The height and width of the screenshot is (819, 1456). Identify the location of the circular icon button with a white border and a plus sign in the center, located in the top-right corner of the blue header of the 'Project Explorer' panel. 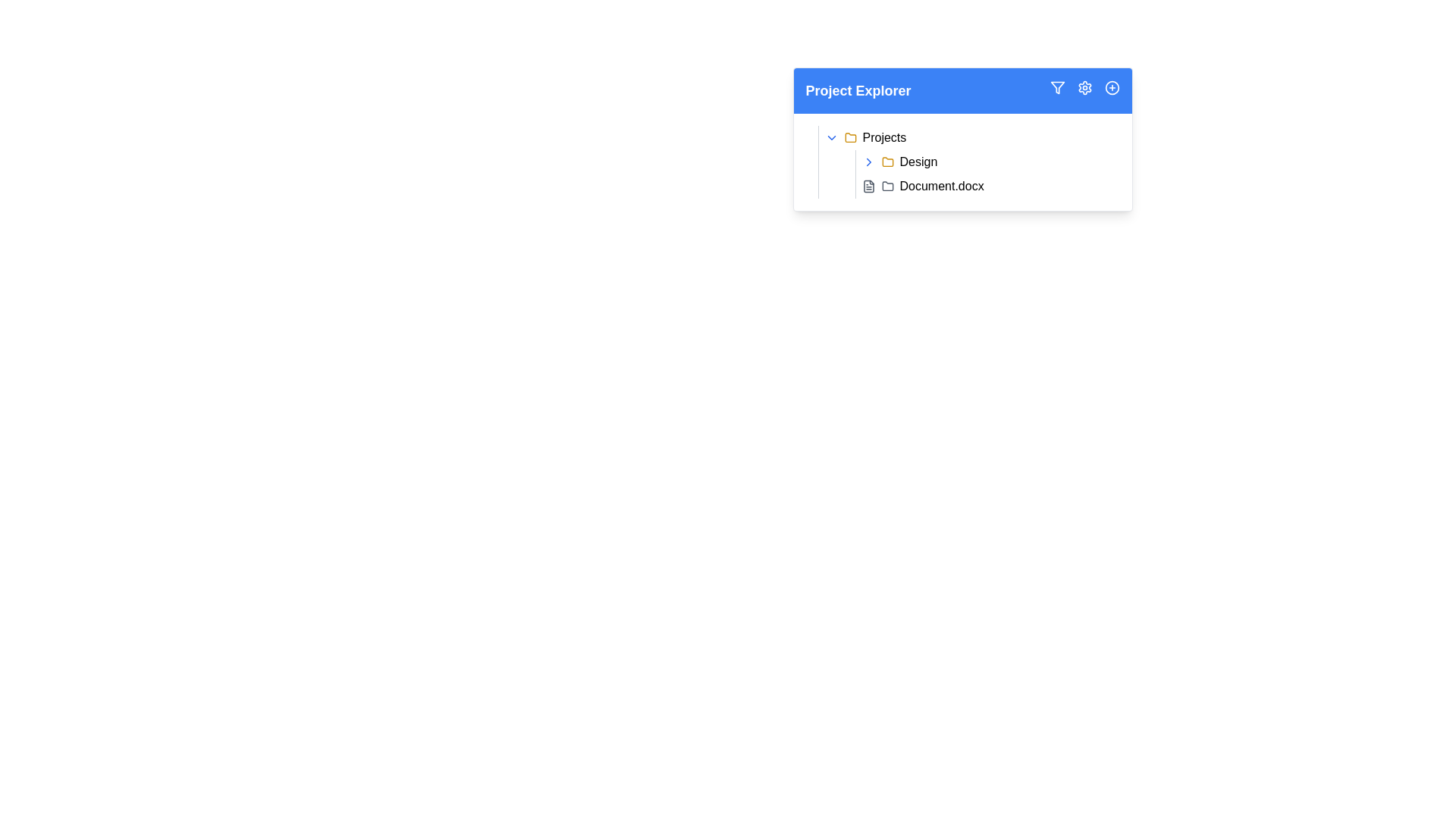
(1112, 87).